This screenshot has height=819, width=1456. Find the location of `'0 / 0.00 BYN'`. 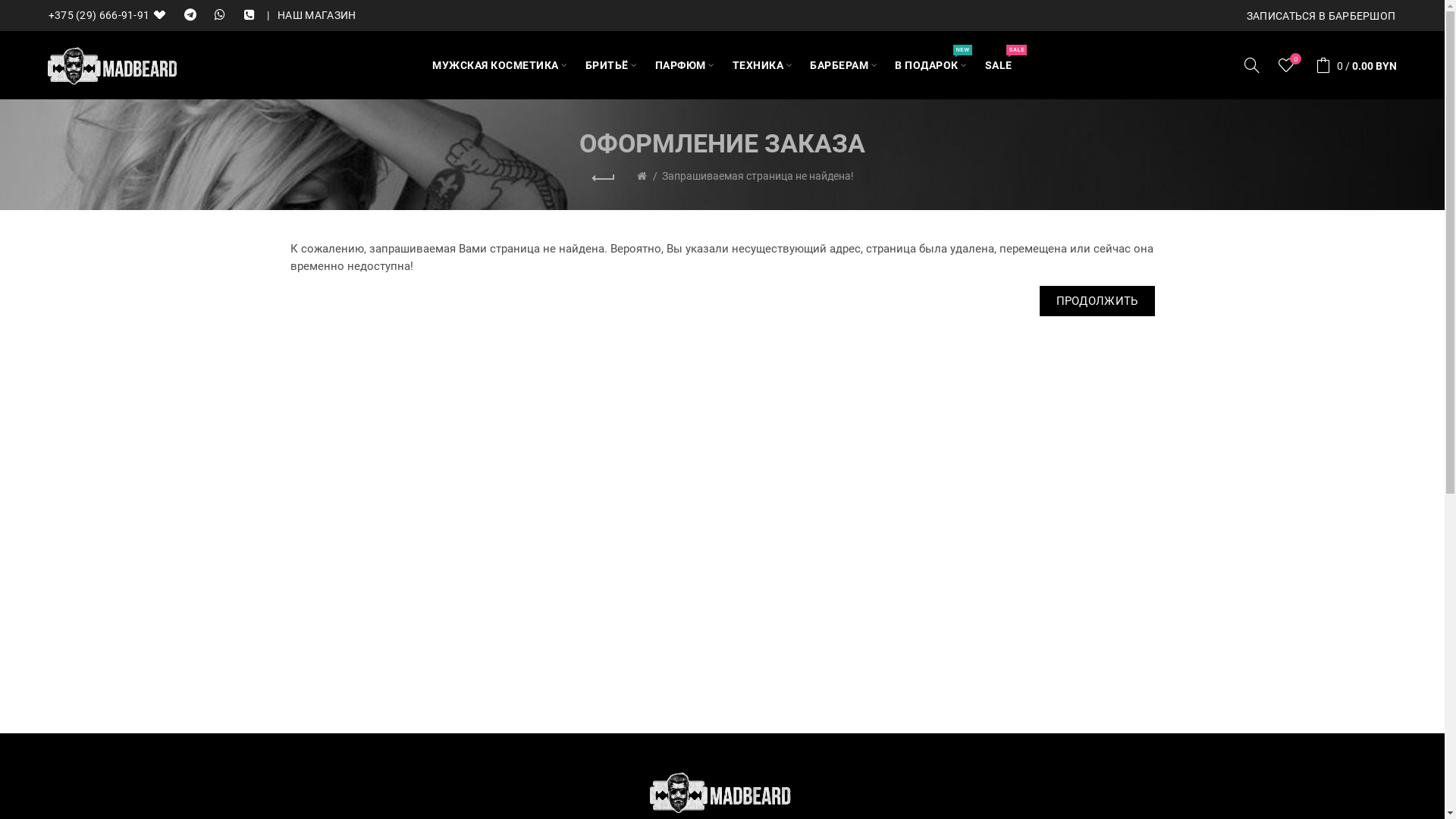

'0 / 0.00 BYN' is located at coordinates (1307, 64).